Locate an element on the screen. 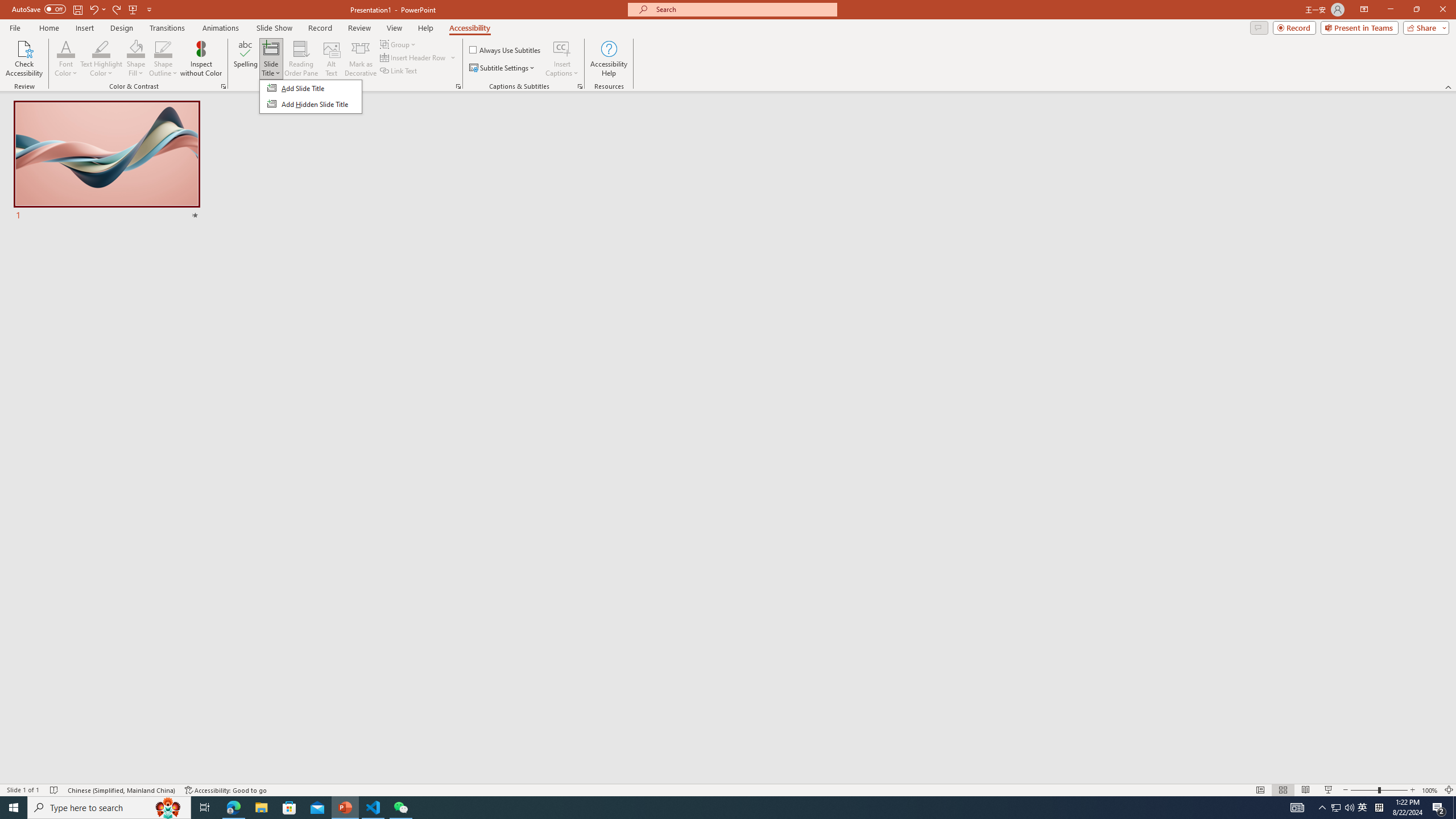 This screenshot has height=819, width=1456. 'Always Use Subtitles' is located at coordinates (505, 49).